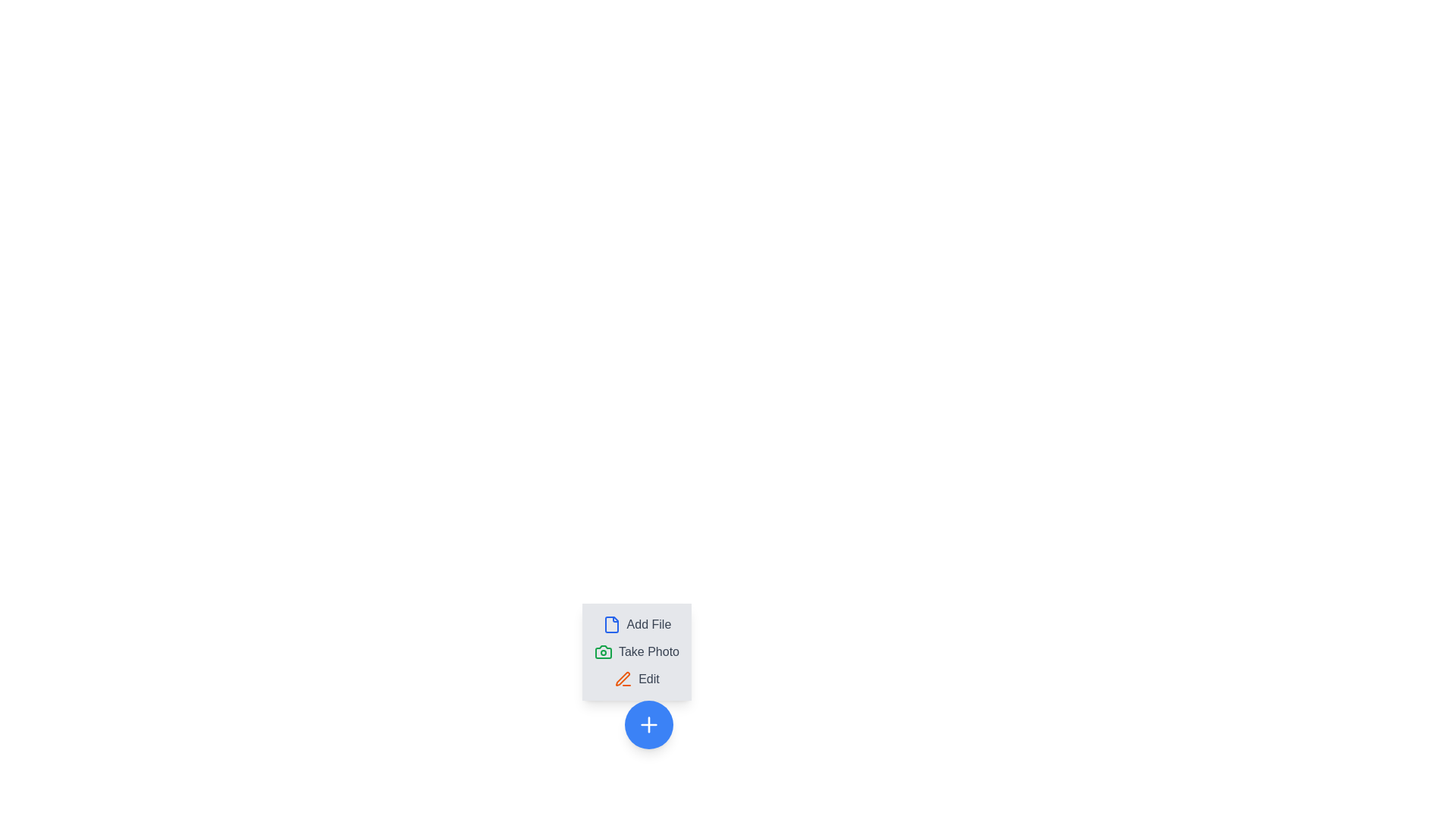 The image size is (1456, 819). Describe the element at coordinates (623, 678) in the screenshot. I see `the orange pen icon located next to the 'Edit' text in the popup menu` at that location.